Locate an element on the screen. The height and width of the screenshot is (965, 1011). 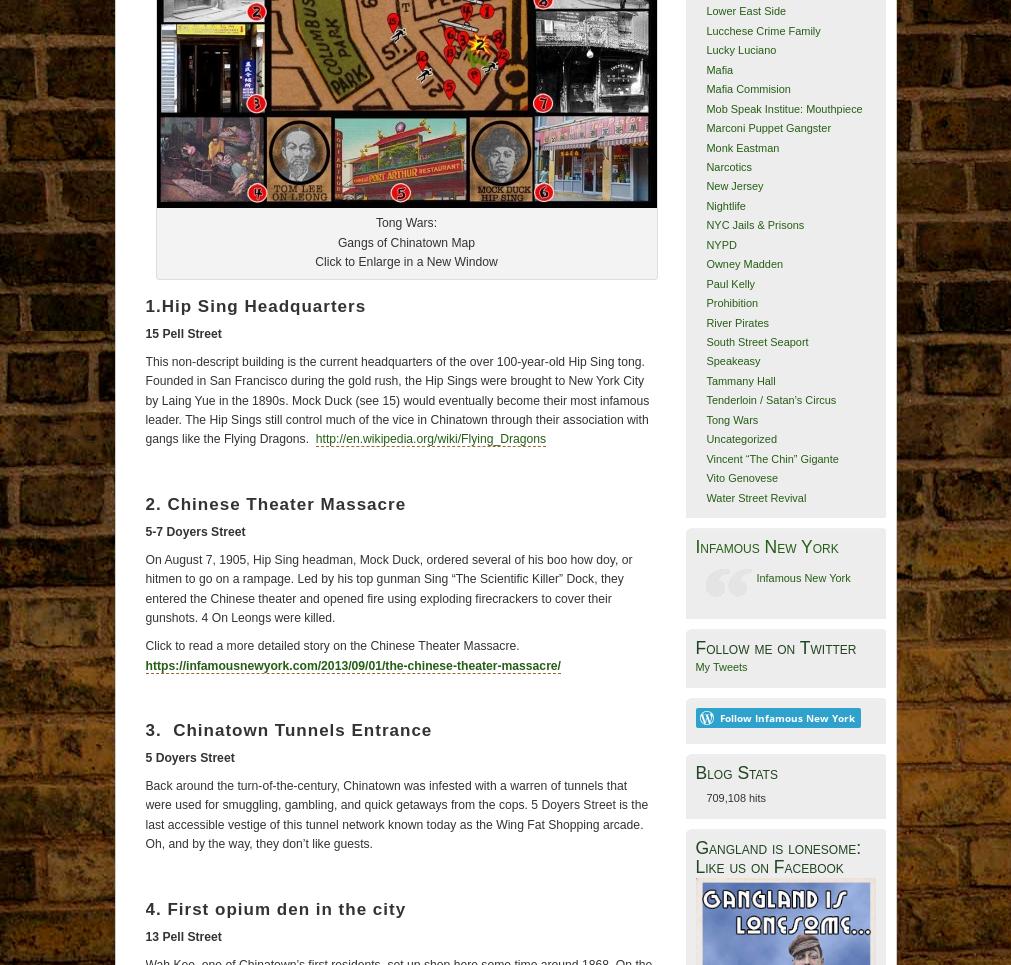
'Monk Eastman' is located at coordinates (704, 146).